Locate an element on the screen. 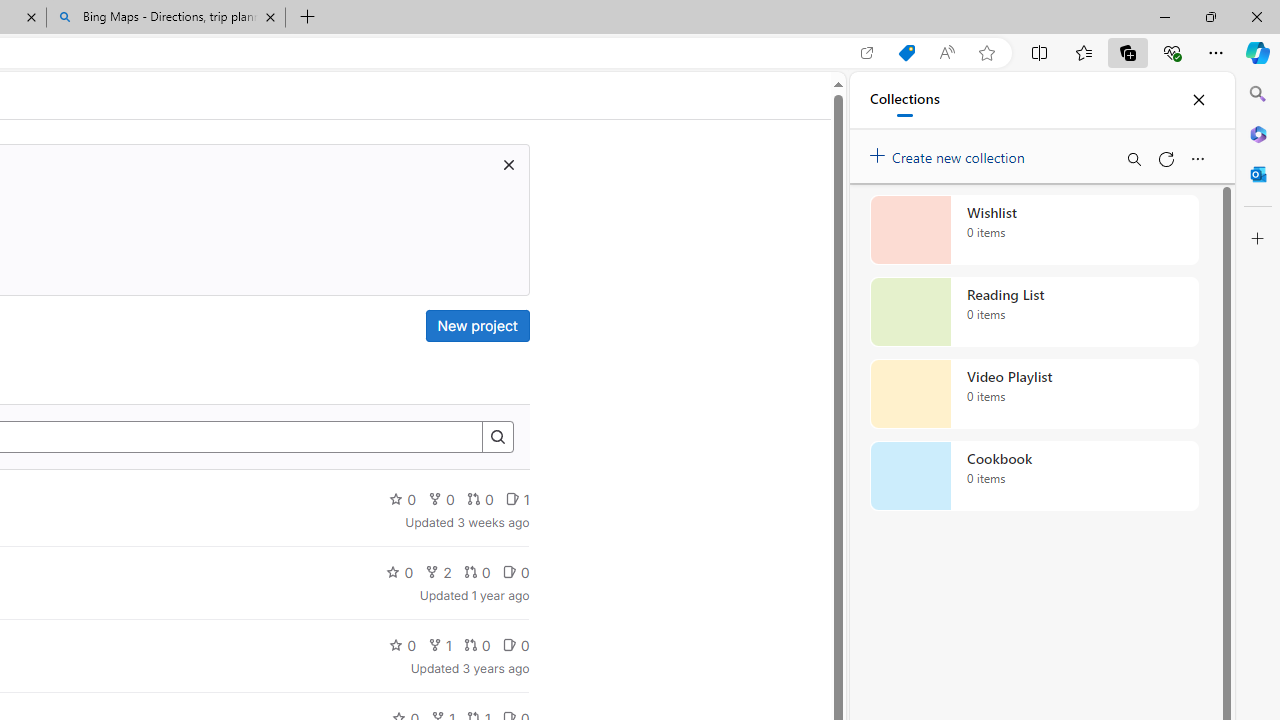  'Reading List collection, 0 items' is located at coordinates (1034, 312).